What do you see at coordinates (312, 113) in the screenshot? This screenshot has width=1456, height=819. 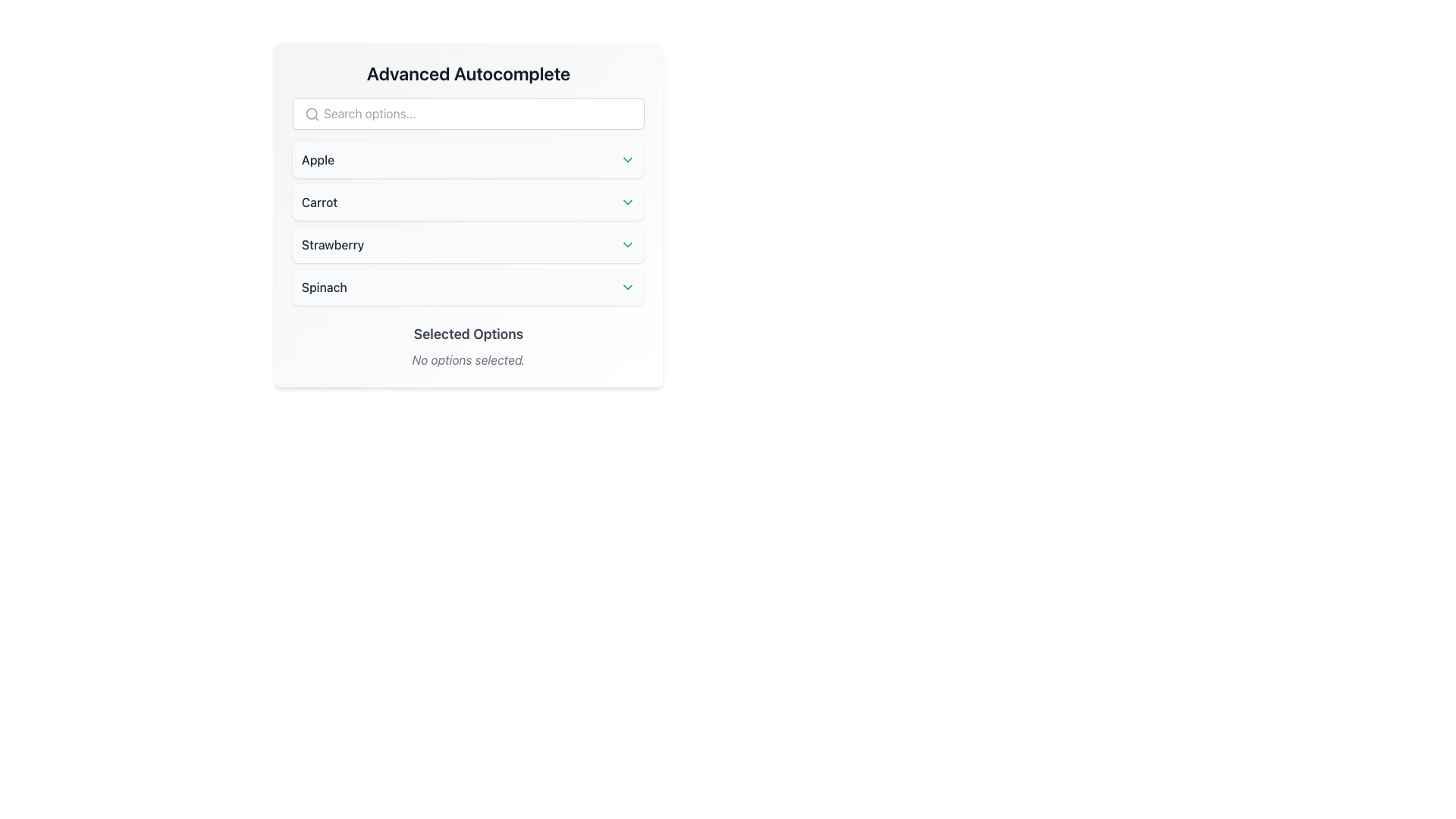 I see `the decorative search icon located on the left side of the 'Search options' text input field under 'Advanced Autocomplete'` at bounding box center [312, 113].